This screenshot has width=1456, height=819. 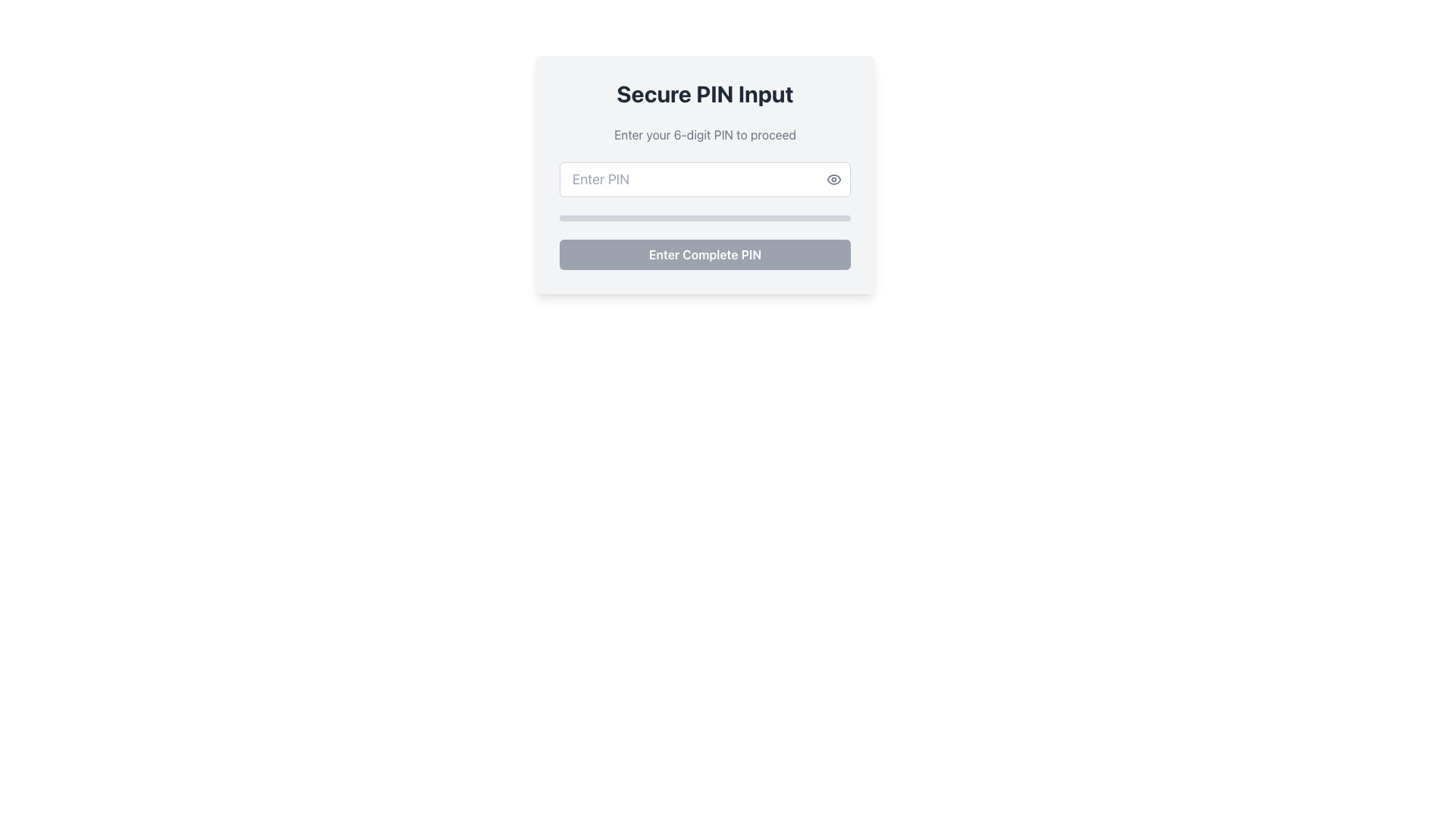 I want to click on the icon located to the right of the 'Enter PIN' input field, so click(x=833, y=178).